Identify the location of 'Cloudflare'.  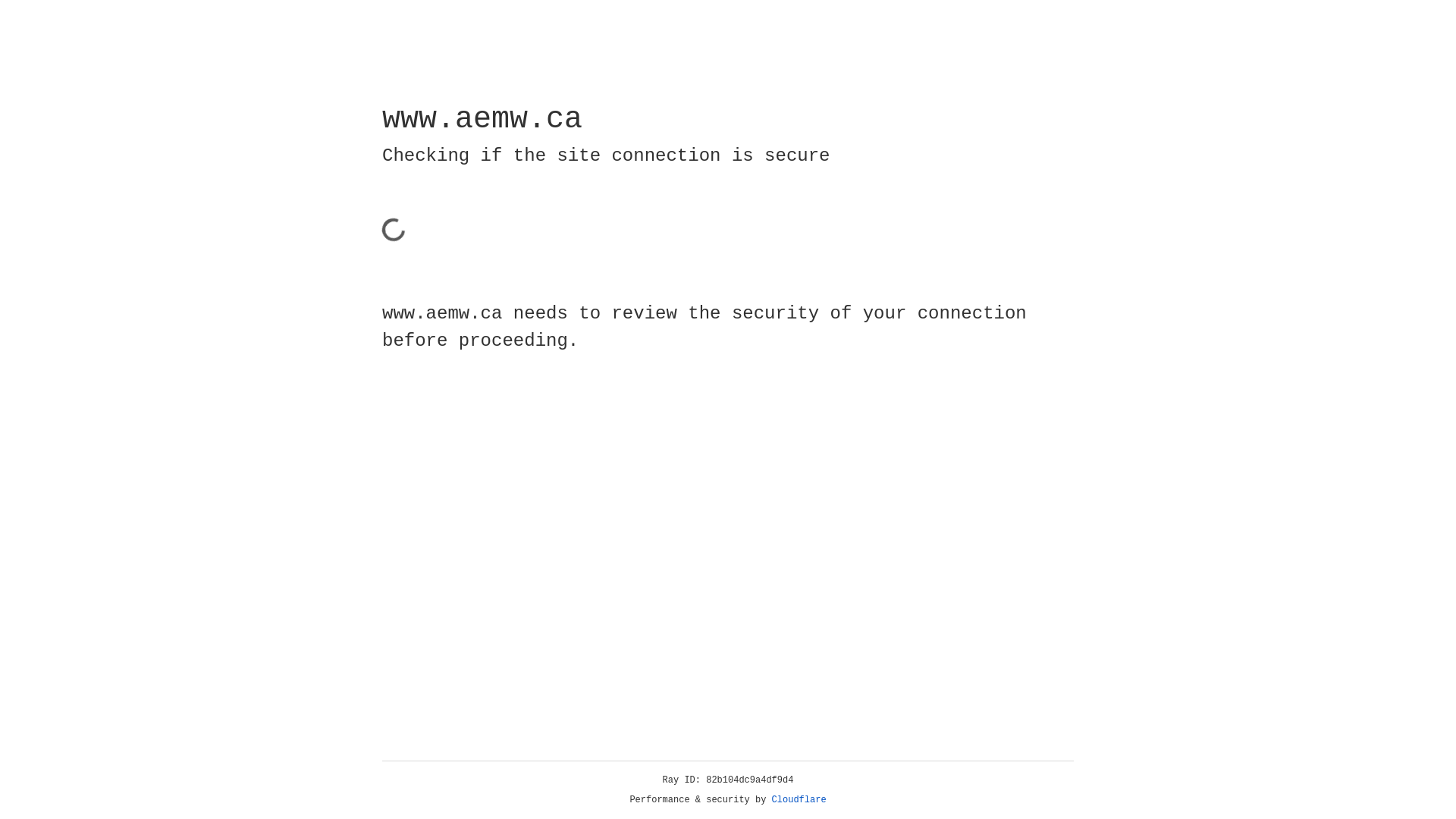
(799, 799).